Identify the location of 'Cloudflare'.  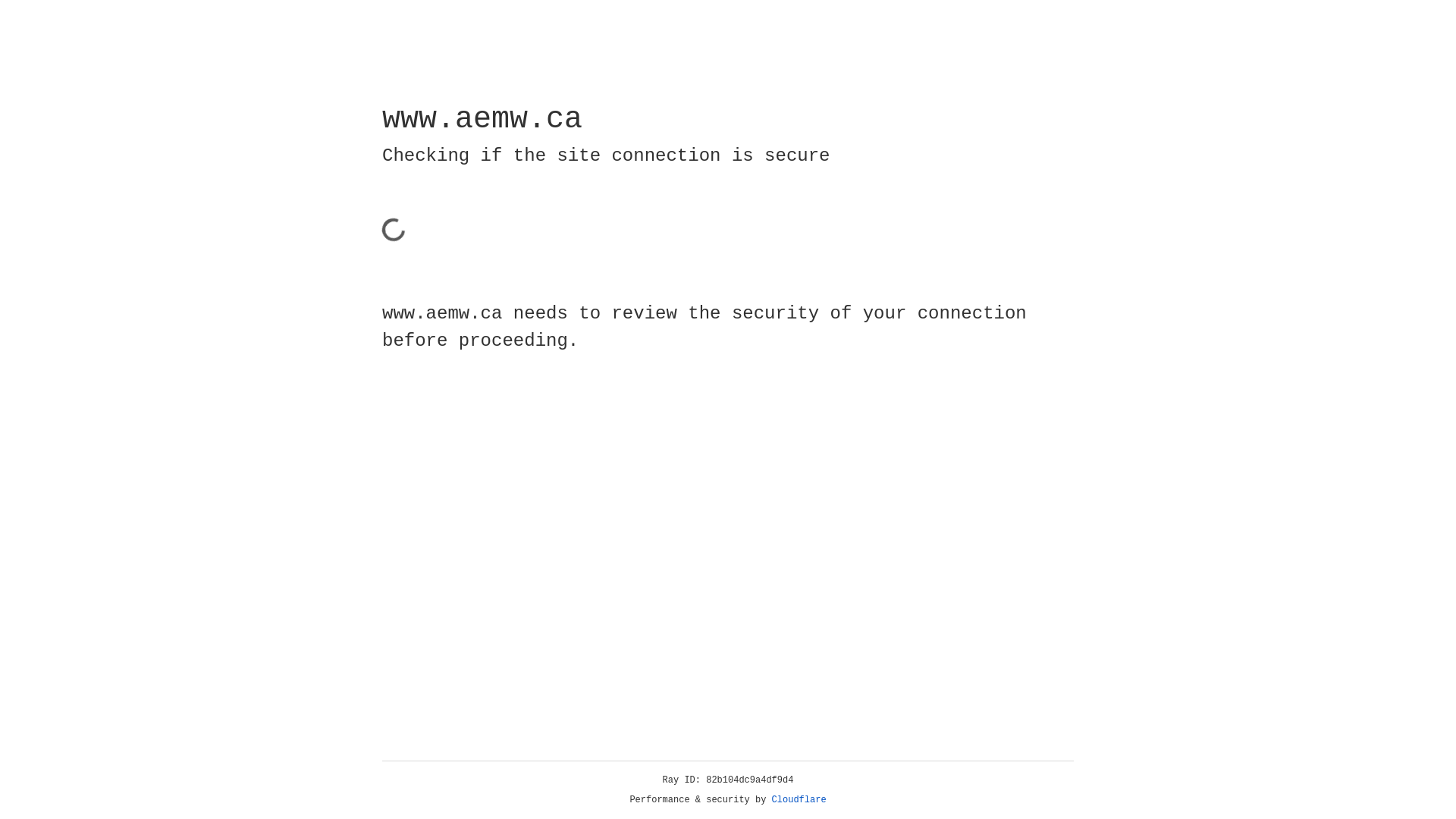
(799, 799).